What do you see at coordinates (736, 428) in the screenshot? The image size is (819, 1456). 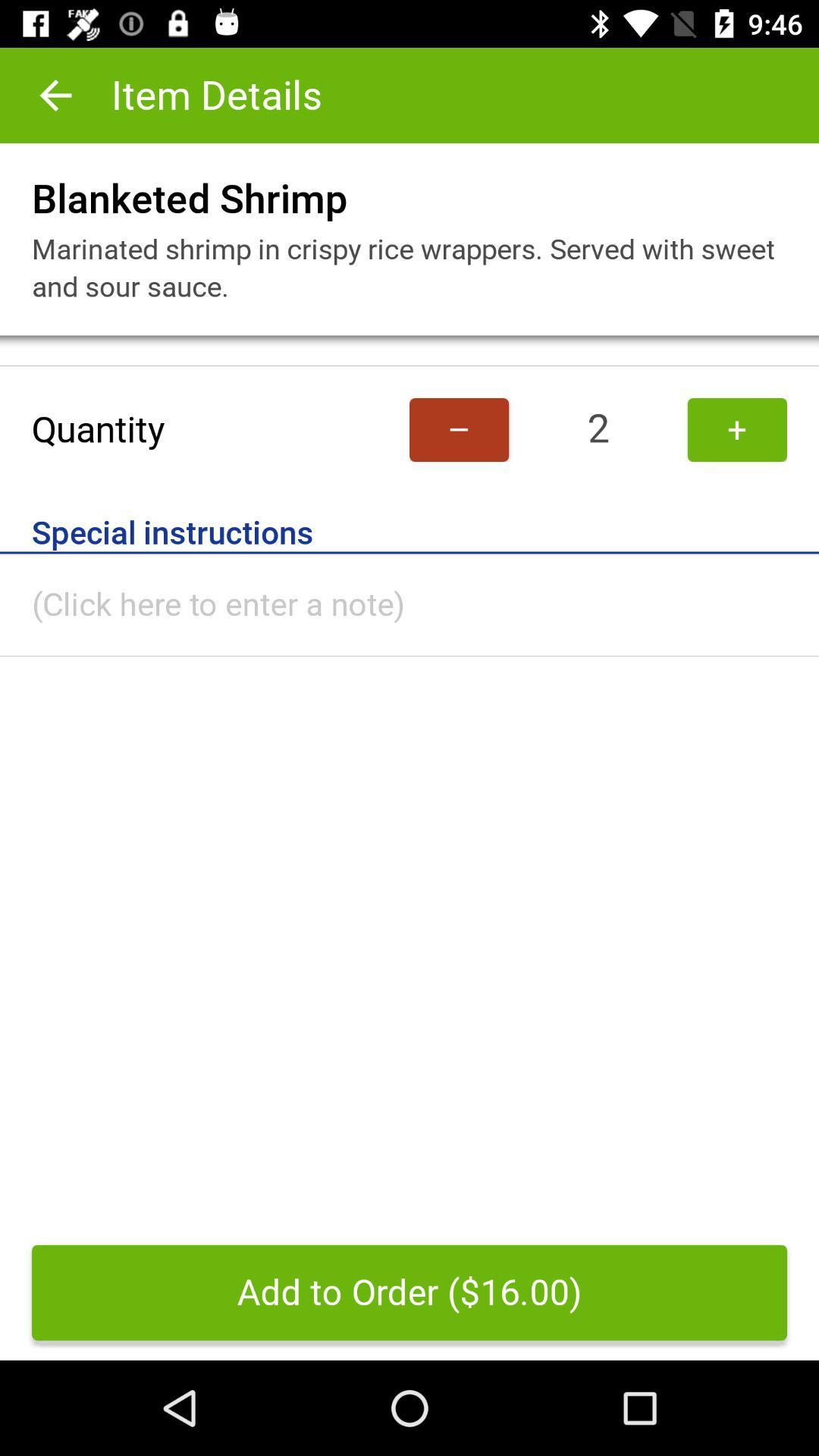 I see `item next to 2 item` at bounding box center [736, 428].